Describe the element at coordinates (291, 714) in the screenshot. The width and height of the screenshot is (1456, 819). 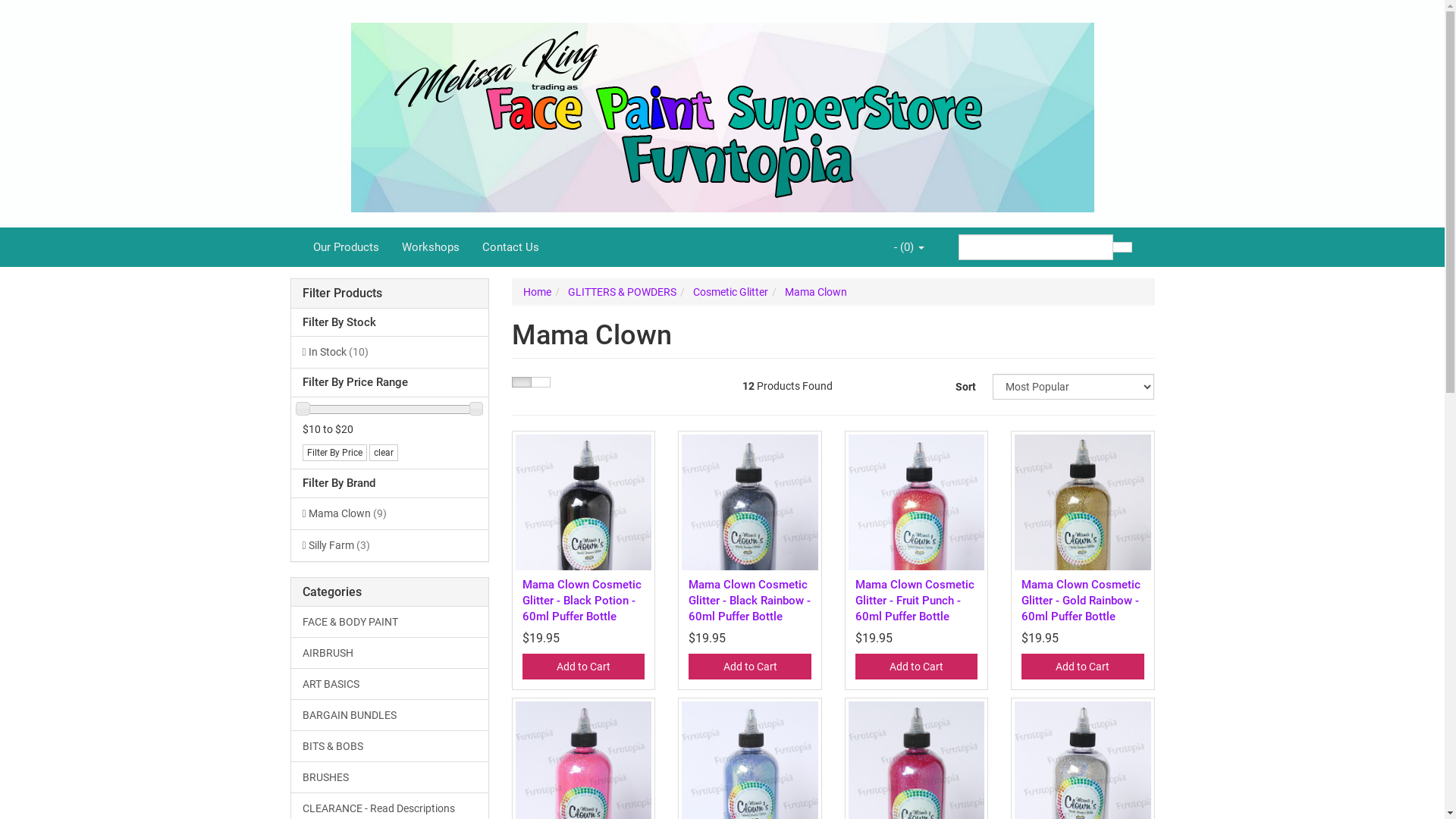
I see `'BARGAIN BUNDLES'` at that location.